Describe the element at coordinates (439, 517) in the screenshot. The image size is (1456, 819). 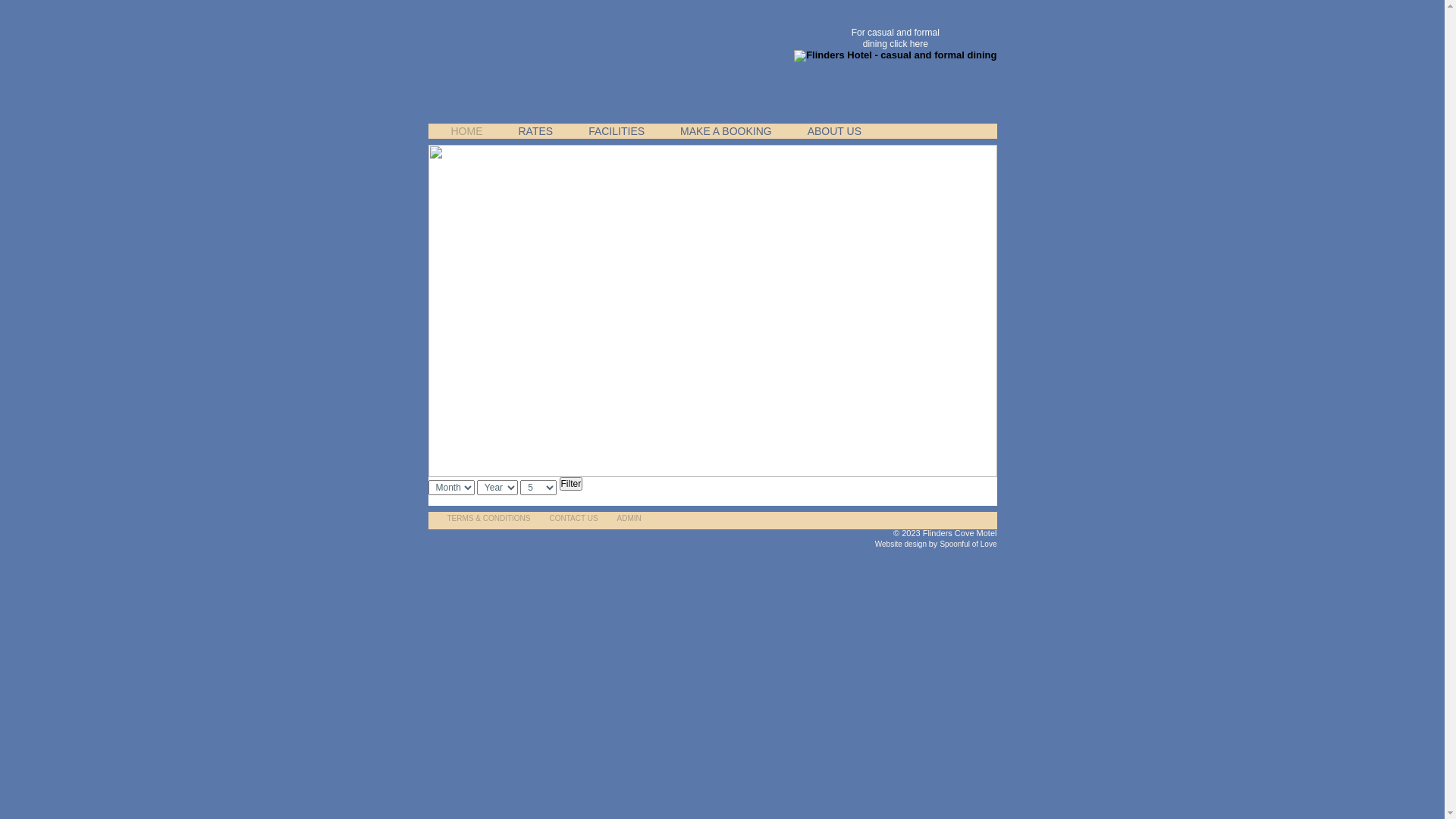
I see `'TERMS & CONDITIONS'` at that location.